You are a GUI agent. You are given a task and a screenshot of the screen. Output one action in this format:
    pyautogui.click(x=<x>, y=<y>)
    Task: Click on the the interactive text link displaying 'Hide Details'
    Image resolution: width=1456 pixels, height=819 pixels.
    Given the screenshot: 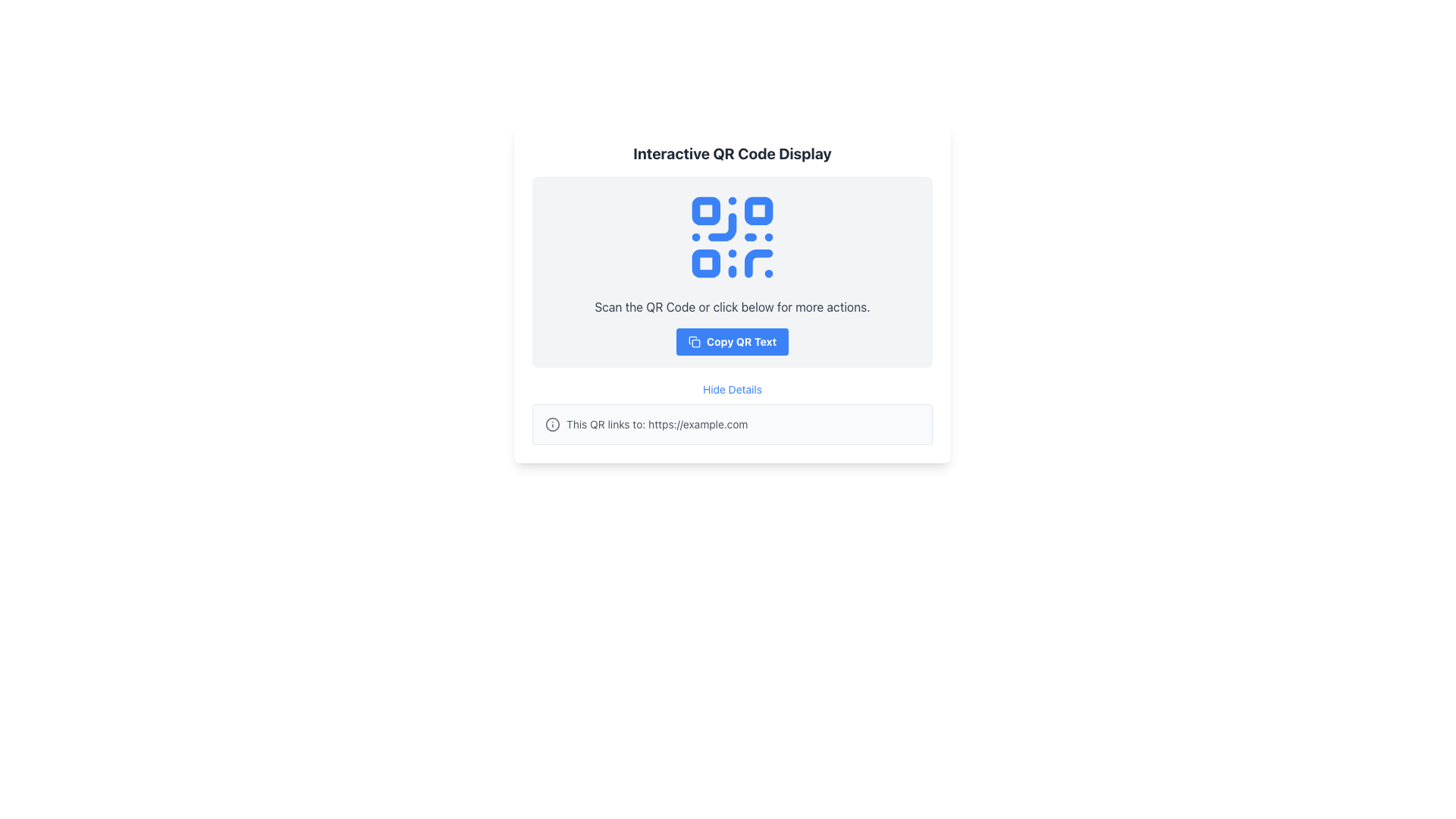 What is the action you would take?
    pyautogui.click(x=732, y=388)
    